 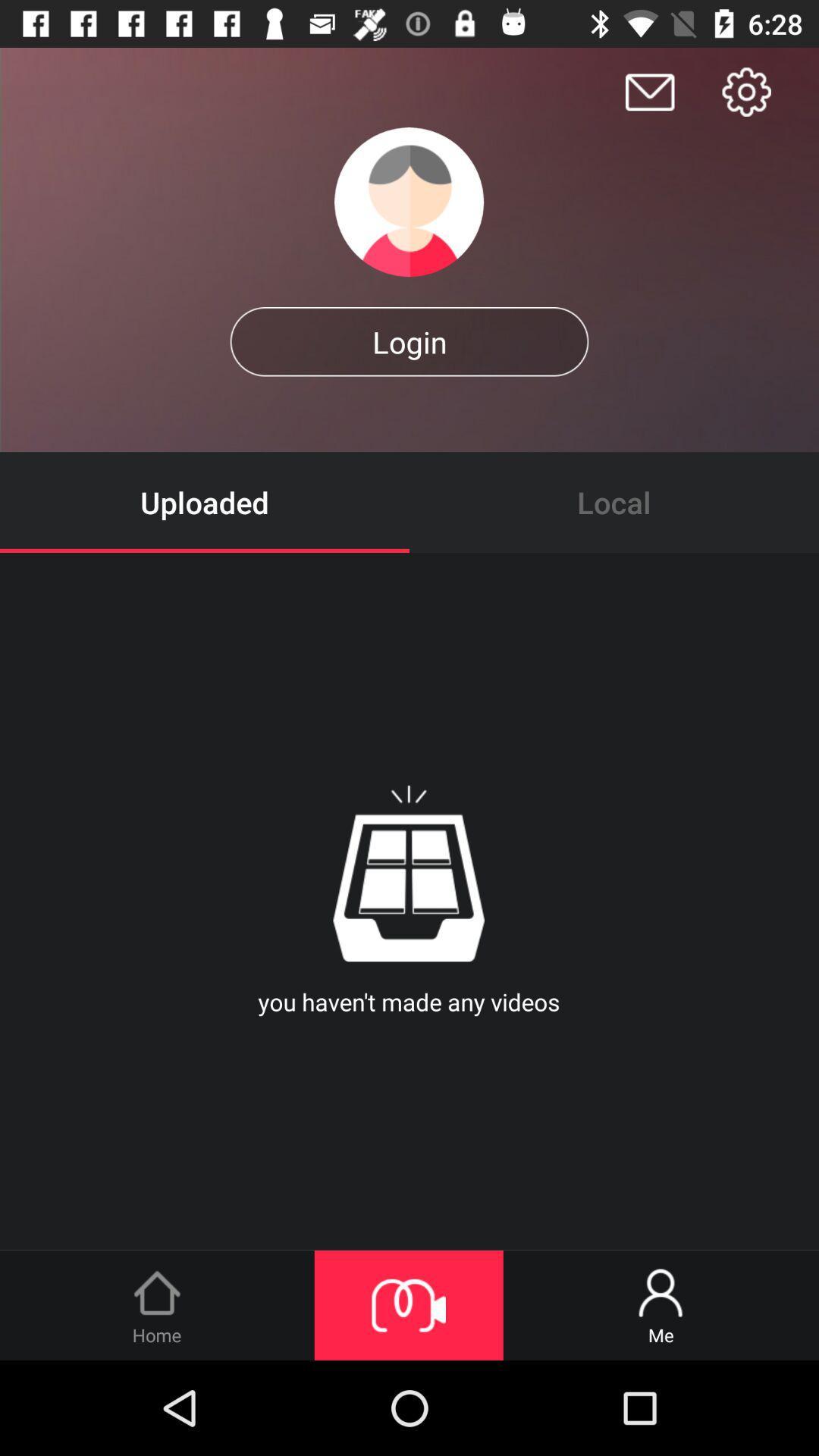 I want to click on settings, so click(x=745, y=91).